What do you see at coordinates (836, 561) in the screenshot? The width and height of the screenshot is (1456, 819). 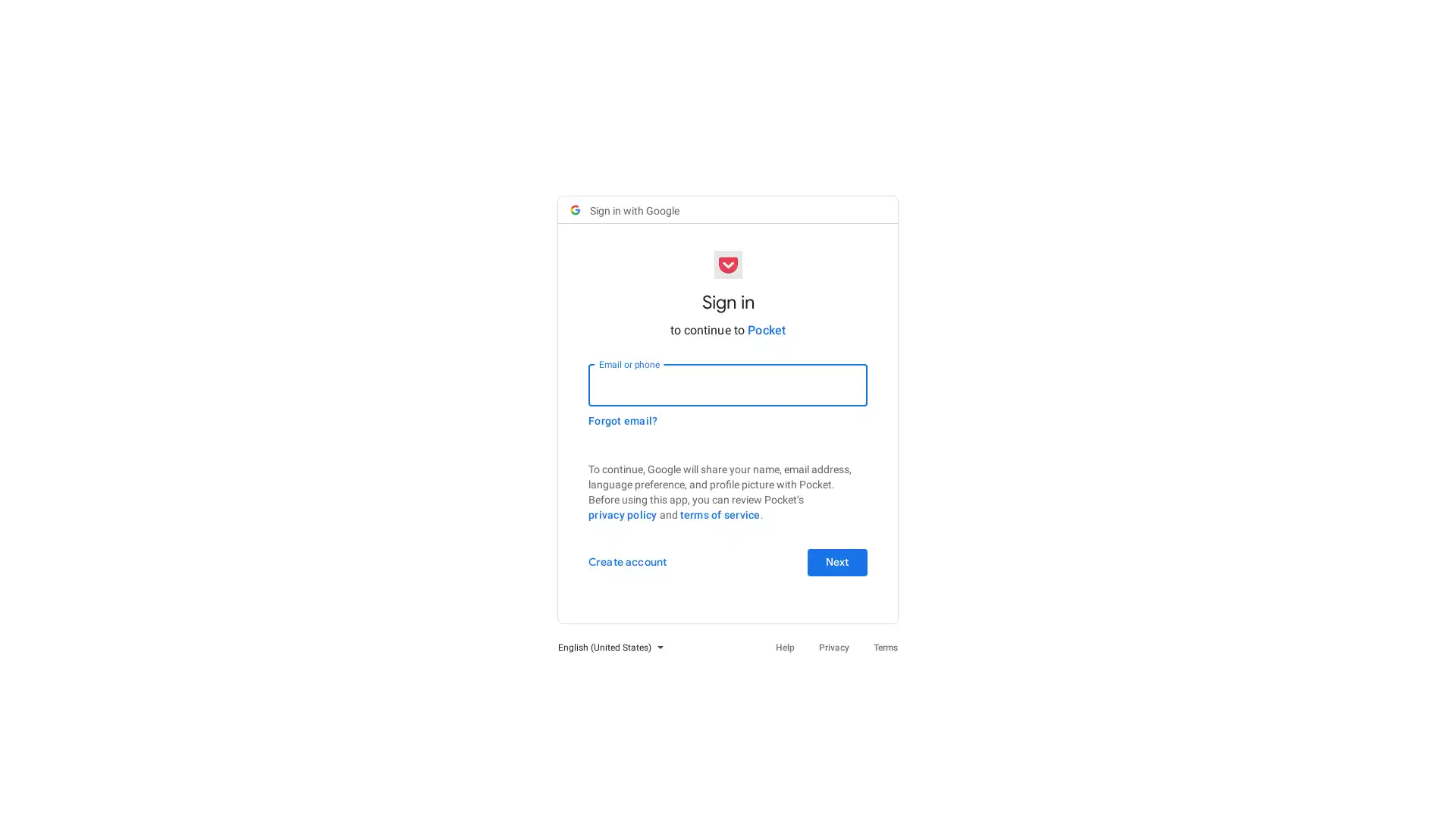 I see `Next` at bounding box center [836, 561].